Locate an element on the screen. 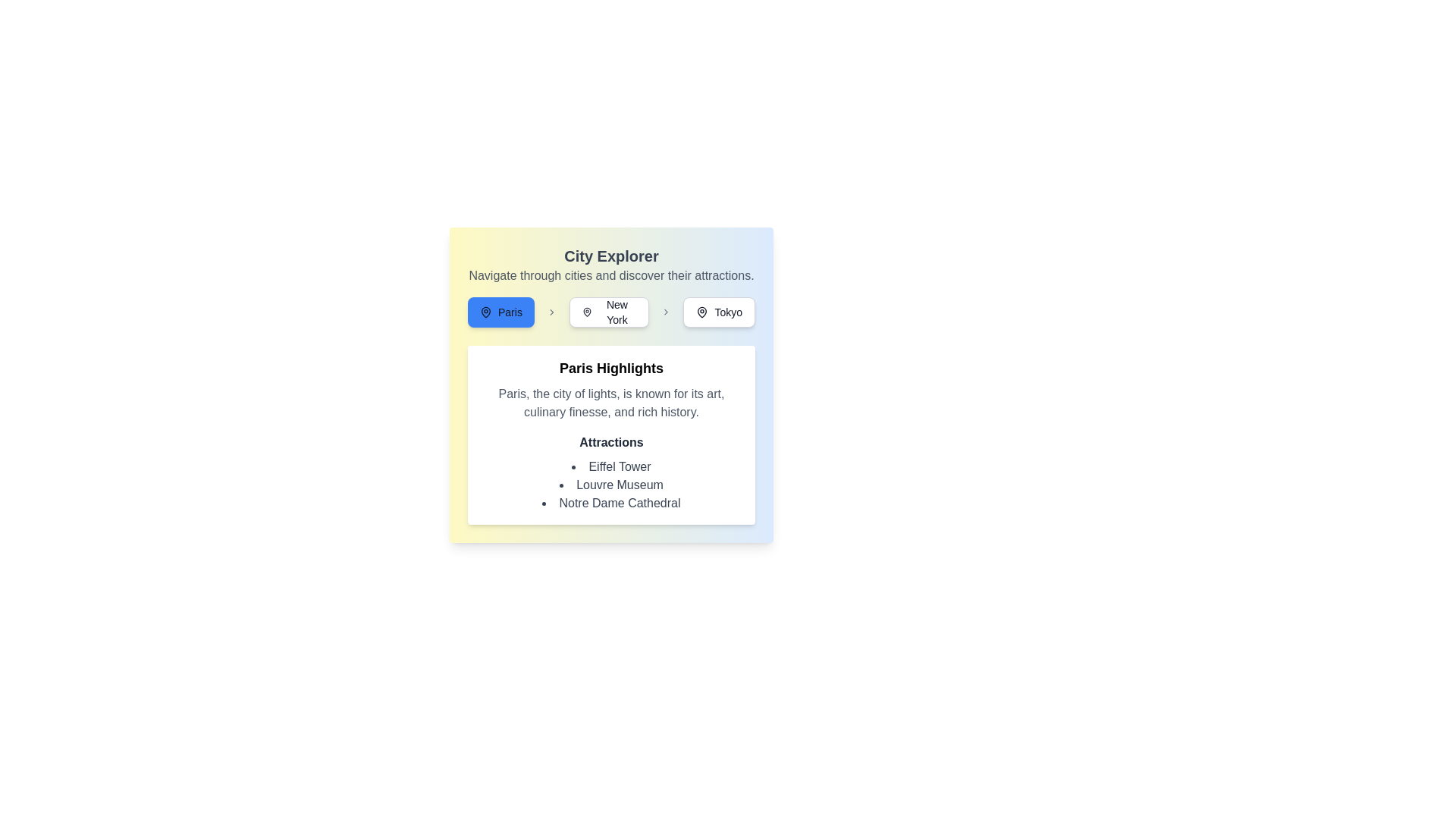 This screenshot has height=819, width=1456. the interactive button containing the text label 'New York' which is located below a location pin icon is located at coordinates (617, 312).